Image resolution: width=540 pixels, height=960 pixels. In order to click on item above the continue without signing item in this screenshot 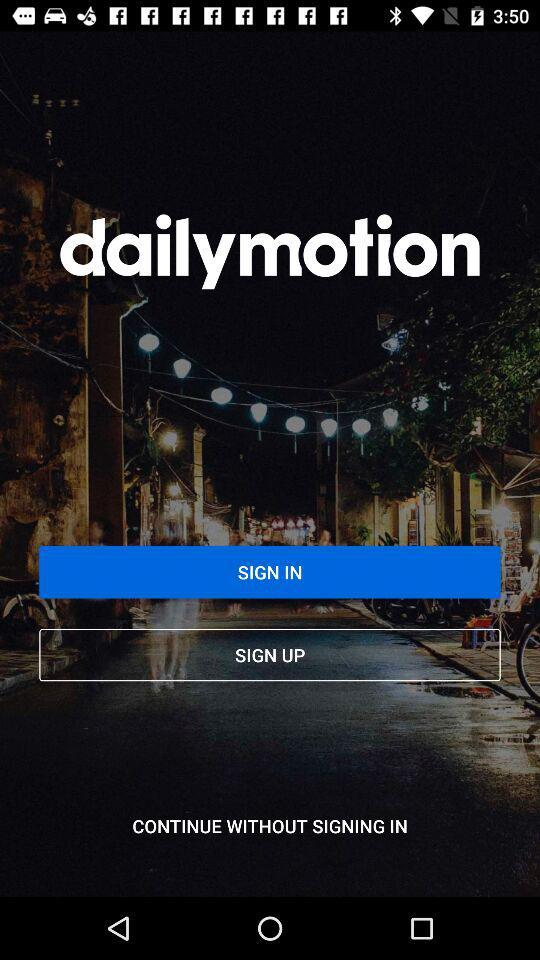, I will do `click(270, 654)`.